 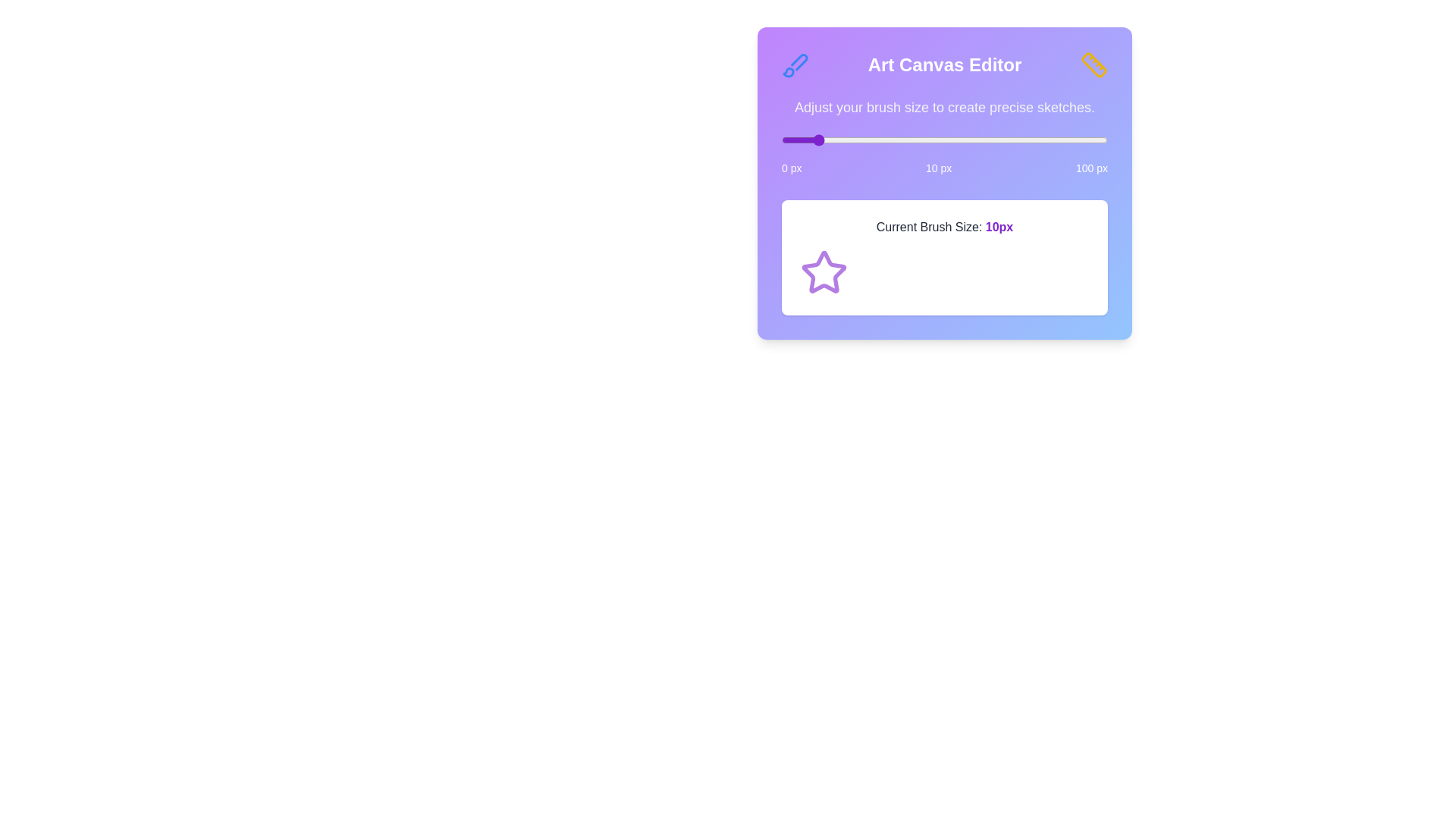 What do you see at coordinates (794, 140) in the screenshot?
I see `the brush size slider to 4 px` at bounding box center [794, 140].